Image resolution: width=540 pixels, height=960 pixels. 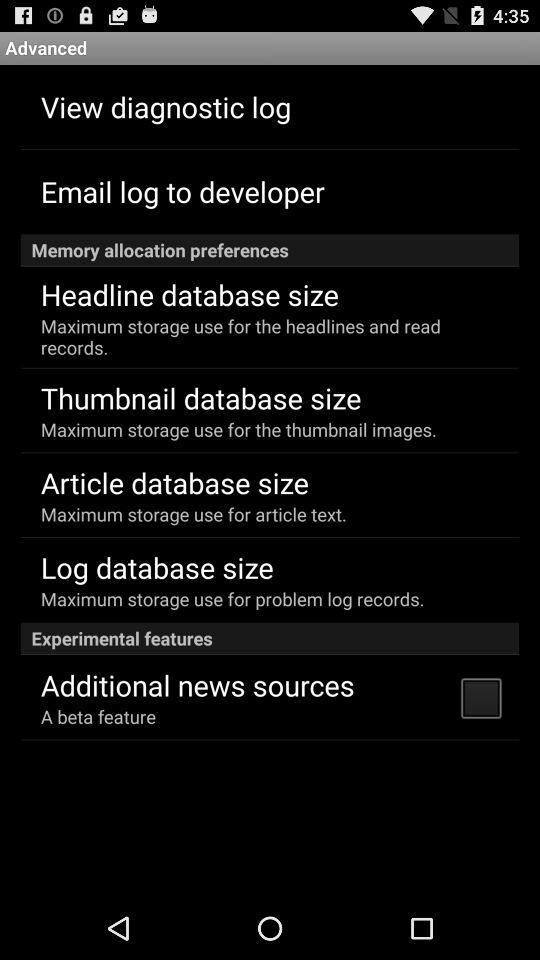 What do you see at coordinates (182, 191) in the screenshot?
I see `item below the view diagnostic log item` at bounding box center [182, 191].